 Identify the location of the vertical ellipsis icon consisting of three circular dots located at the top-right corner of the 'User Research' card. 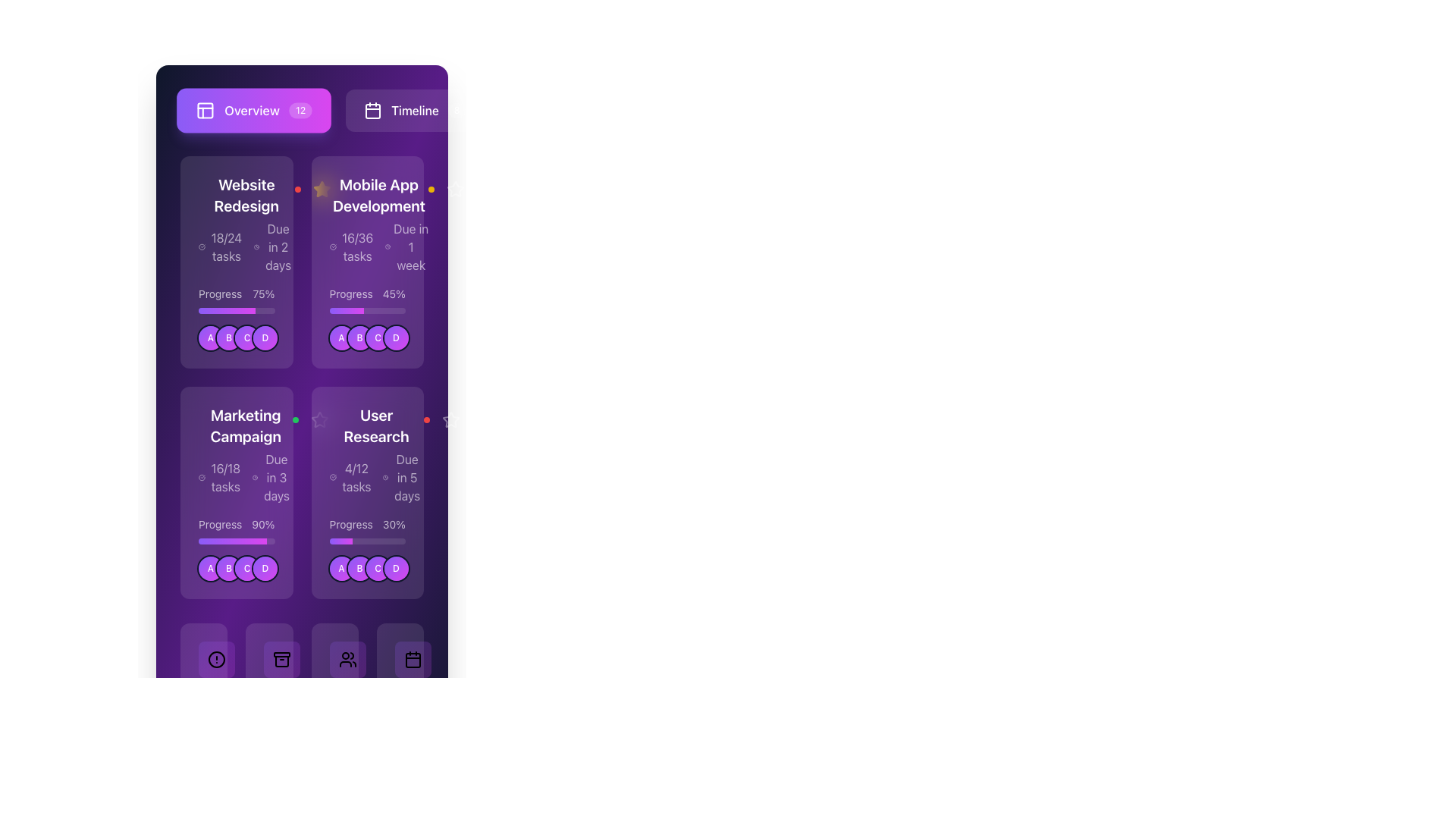
(354, 420).